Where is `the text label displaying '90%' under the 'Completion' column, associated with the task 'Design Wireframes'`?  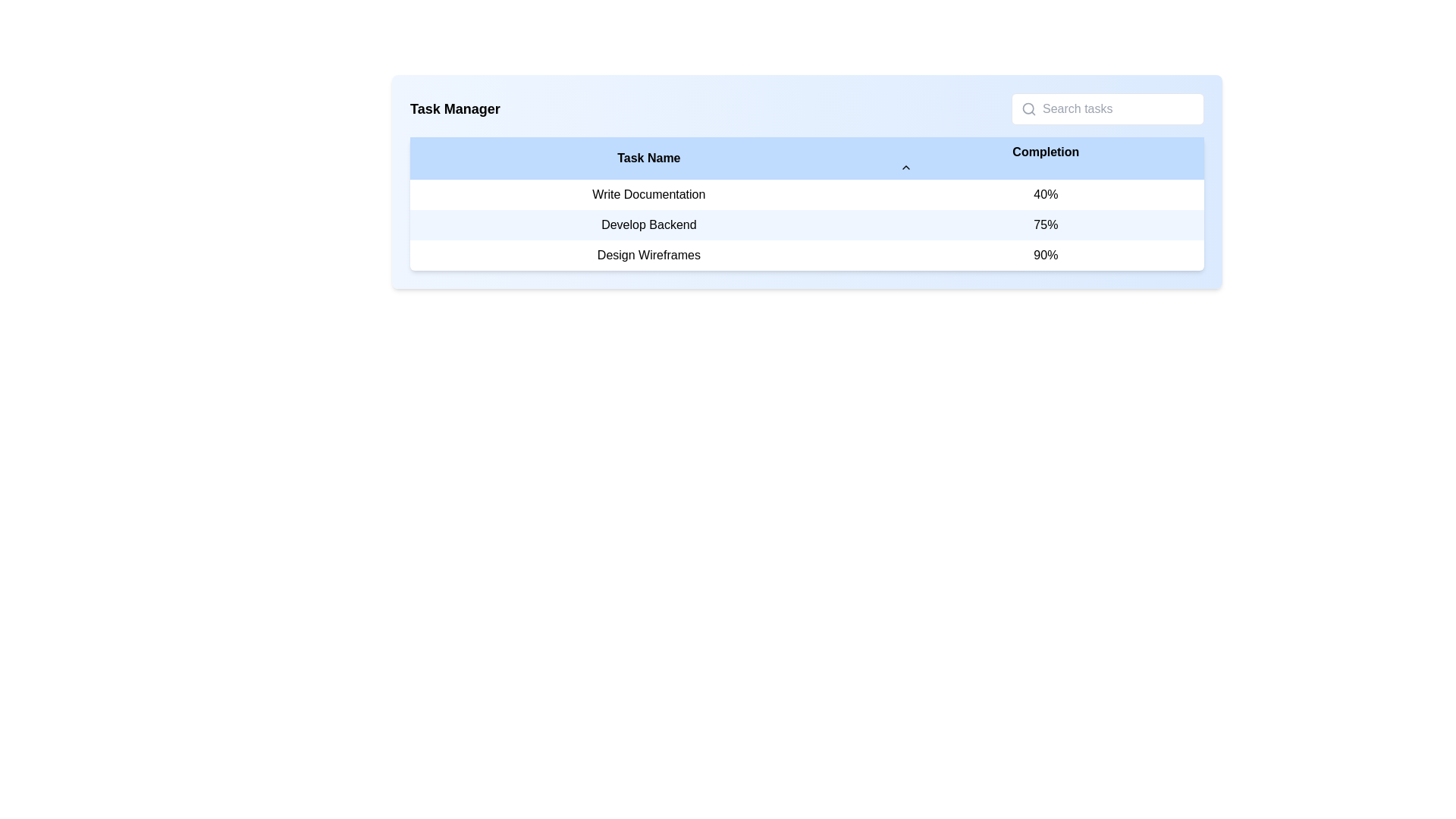 the text label displaying '90%' under the 'Completion' column, associated with the task 'Design Wireframes' is located at coordinates (1045, 254).